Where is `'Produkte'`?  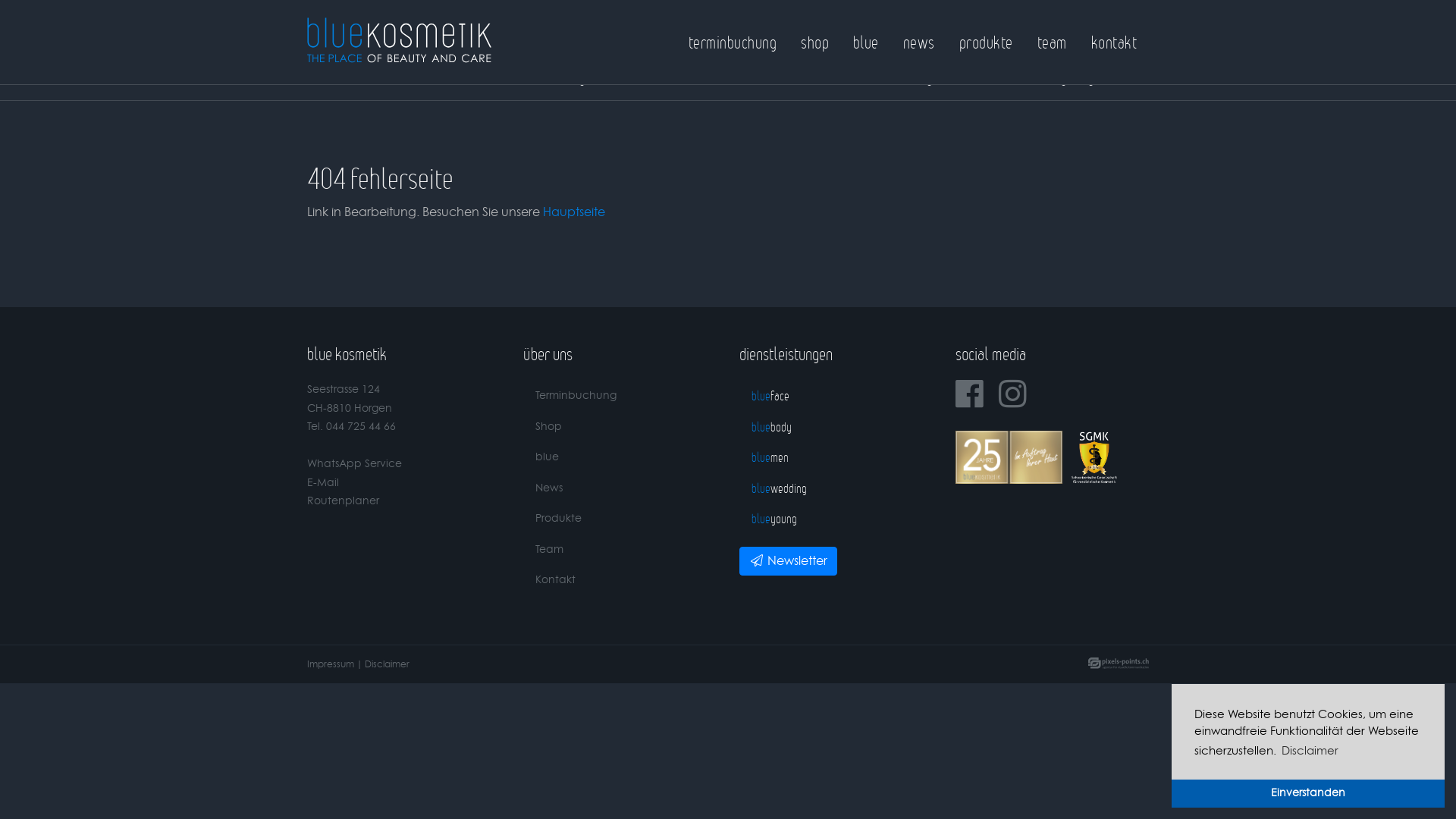 'Produkte' is located at coordinates (620, 518).